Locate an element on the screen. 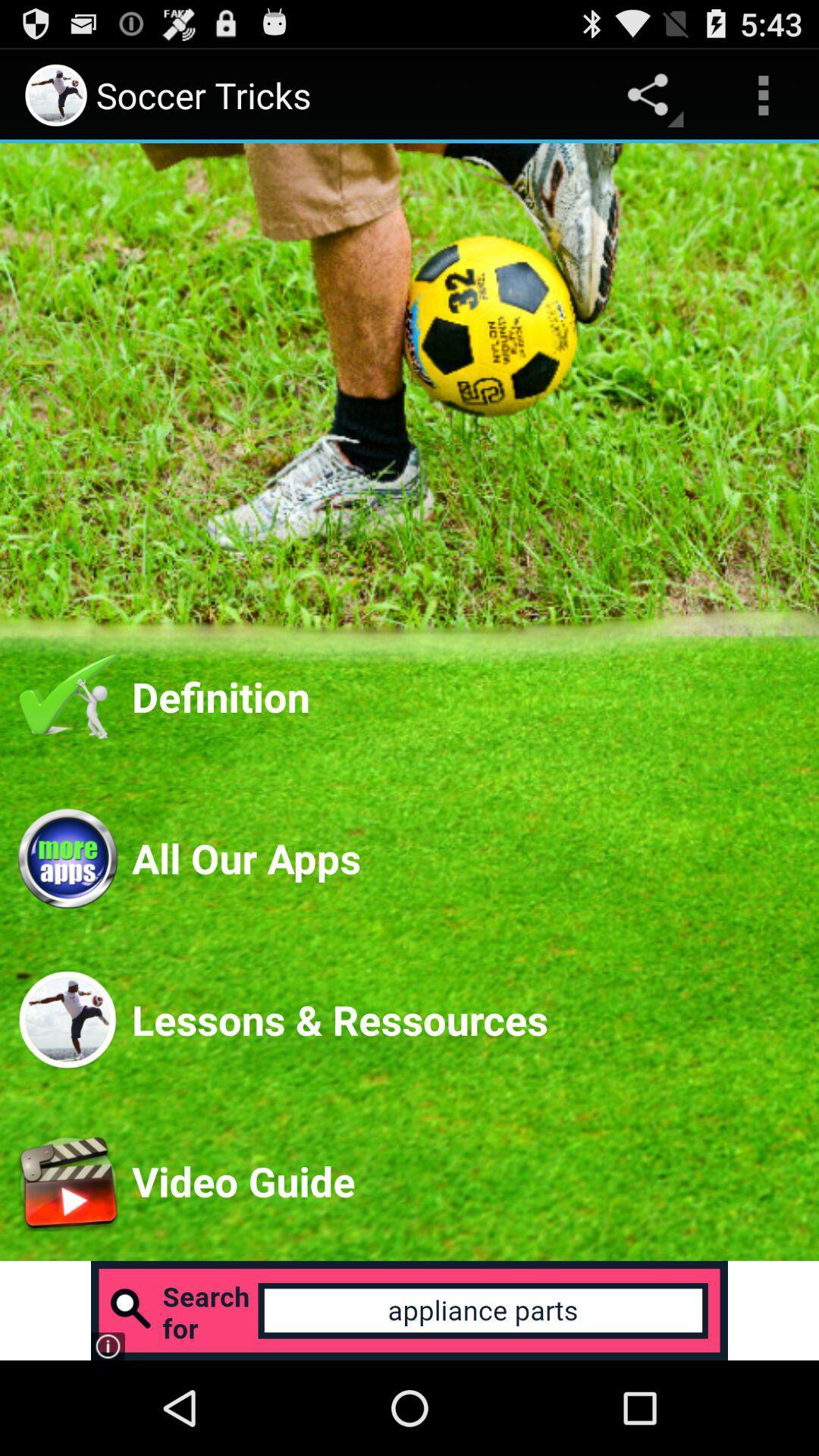 Image resolution: width=819 pixels, height=1456 pixels. video guide app is located at coordinates (465, 1180).